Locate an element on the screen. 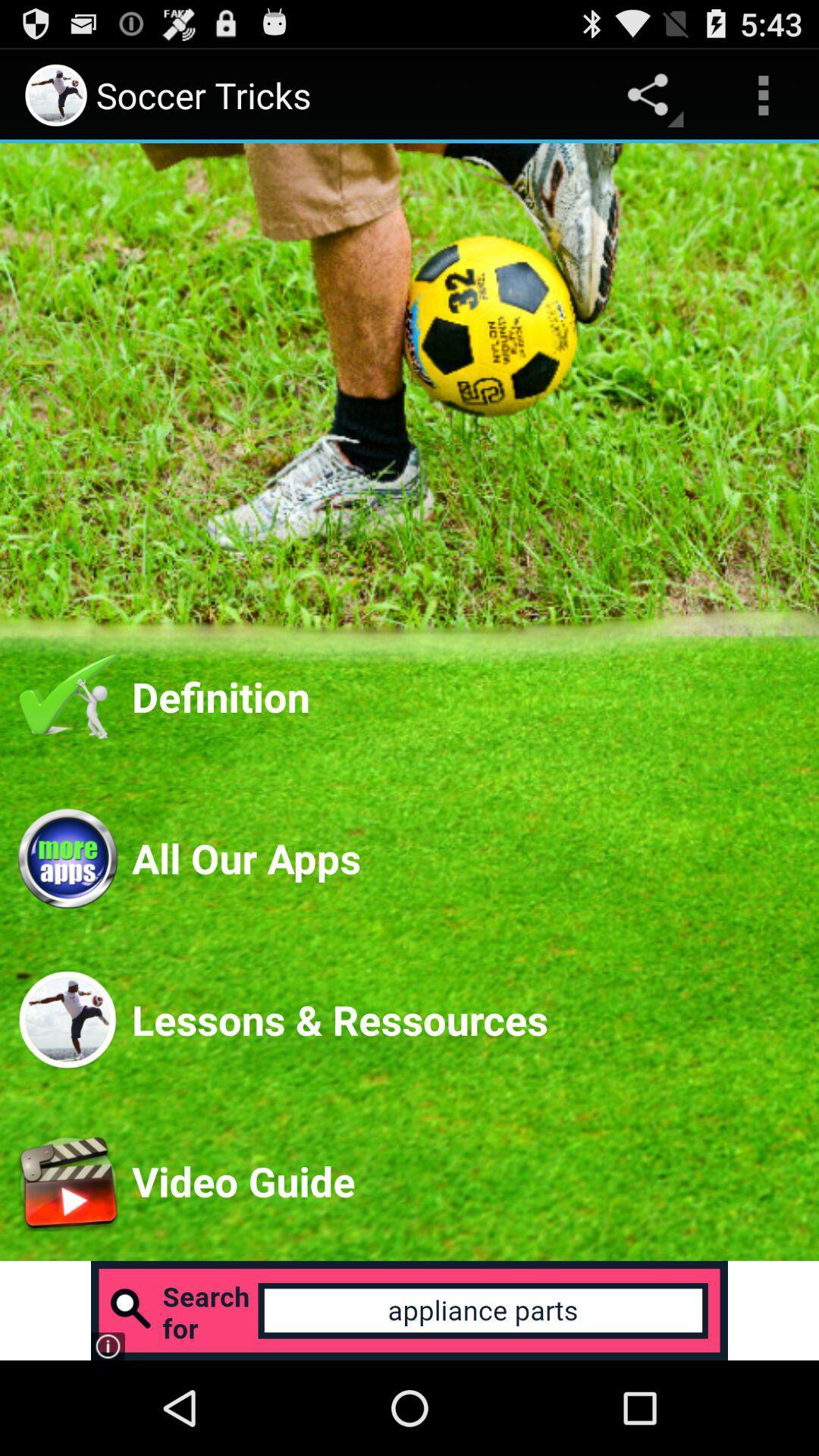 Image resolution: width=819 pixels, height=1456 pixels. video guide app is located at coordinates (465, 1180).